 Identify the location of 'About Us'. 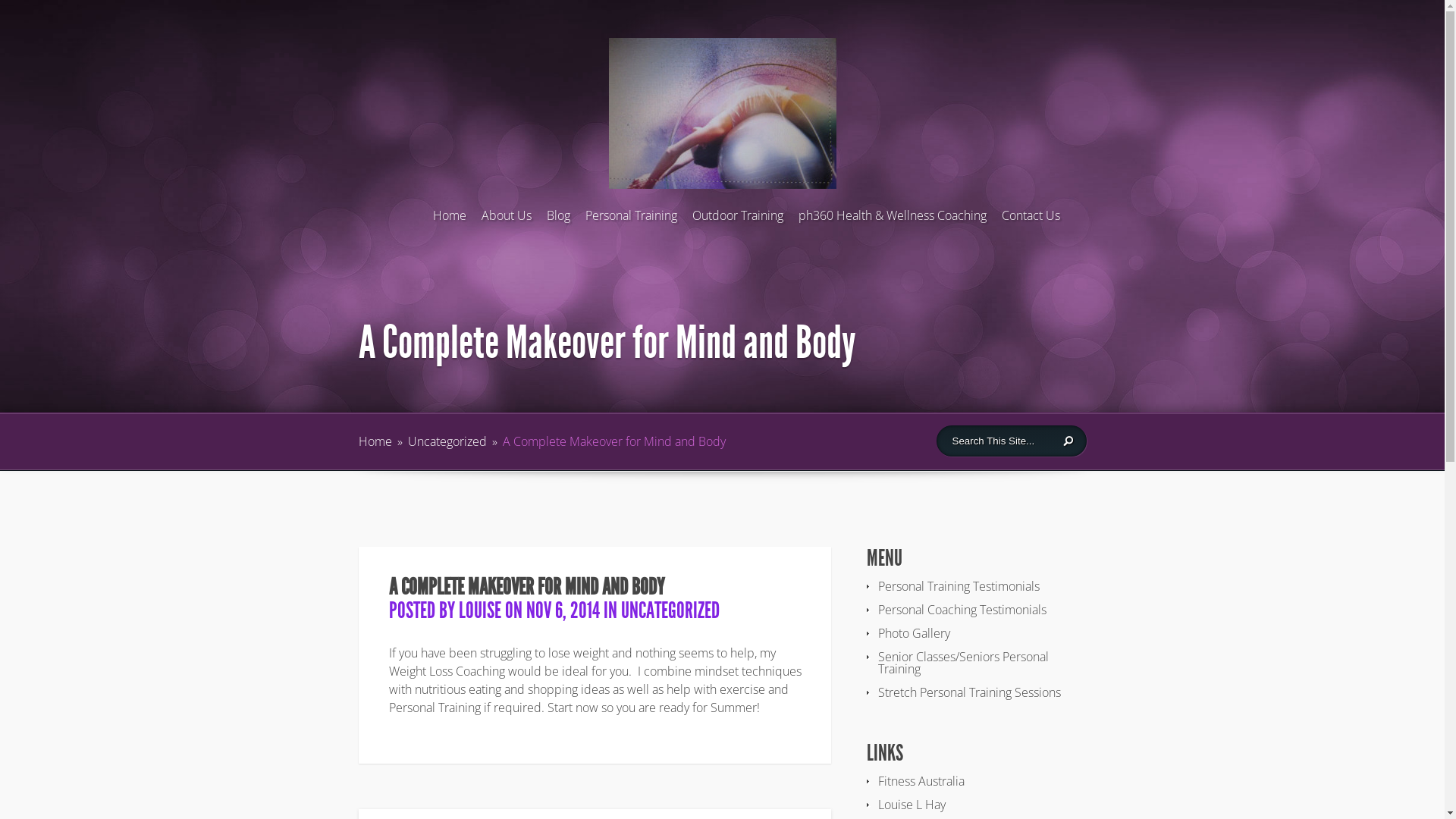
(506, 219).